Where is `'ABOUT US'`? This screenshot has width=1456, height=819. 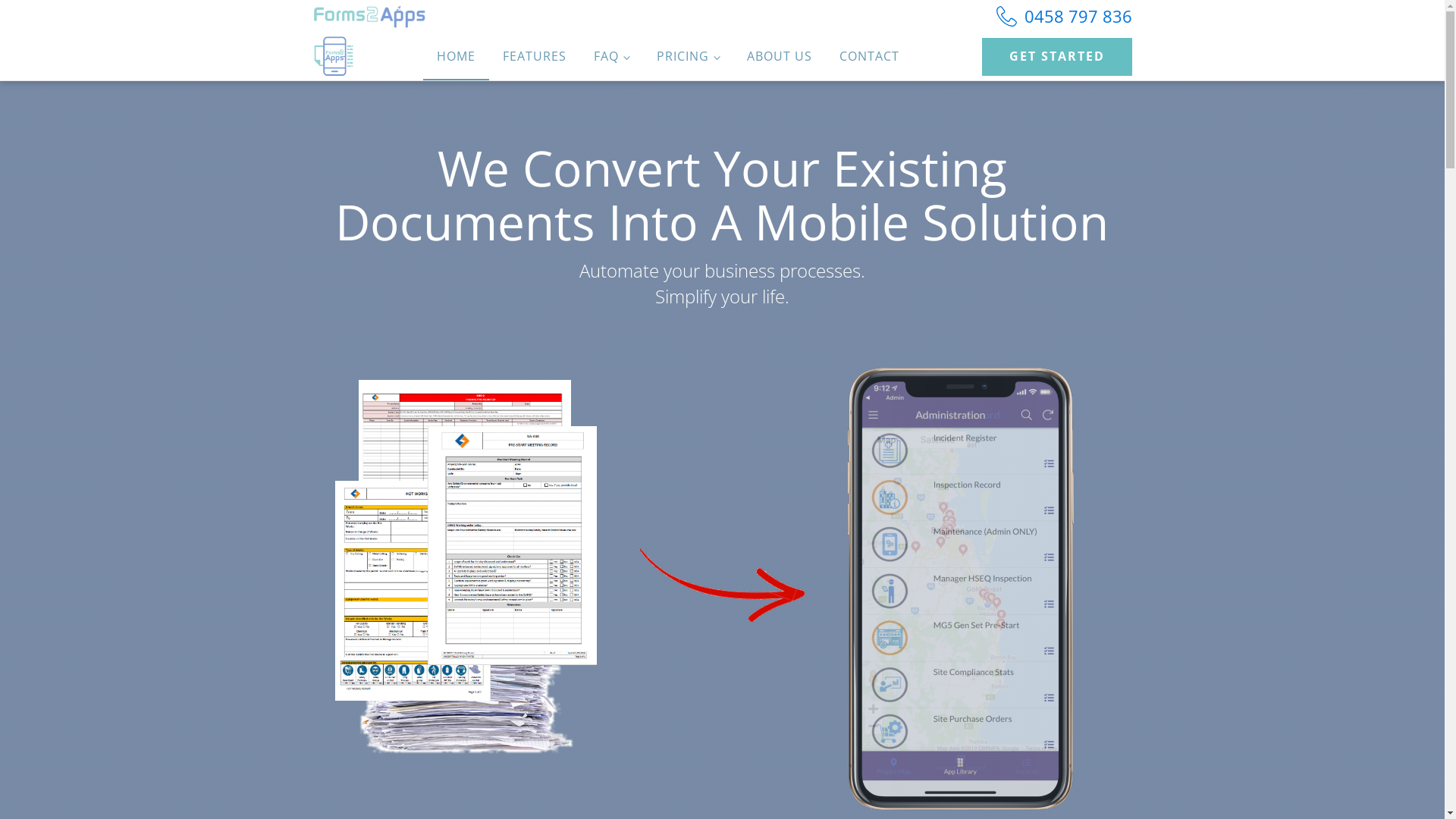 'ABOUT US' is located at coordinates (779, 55).